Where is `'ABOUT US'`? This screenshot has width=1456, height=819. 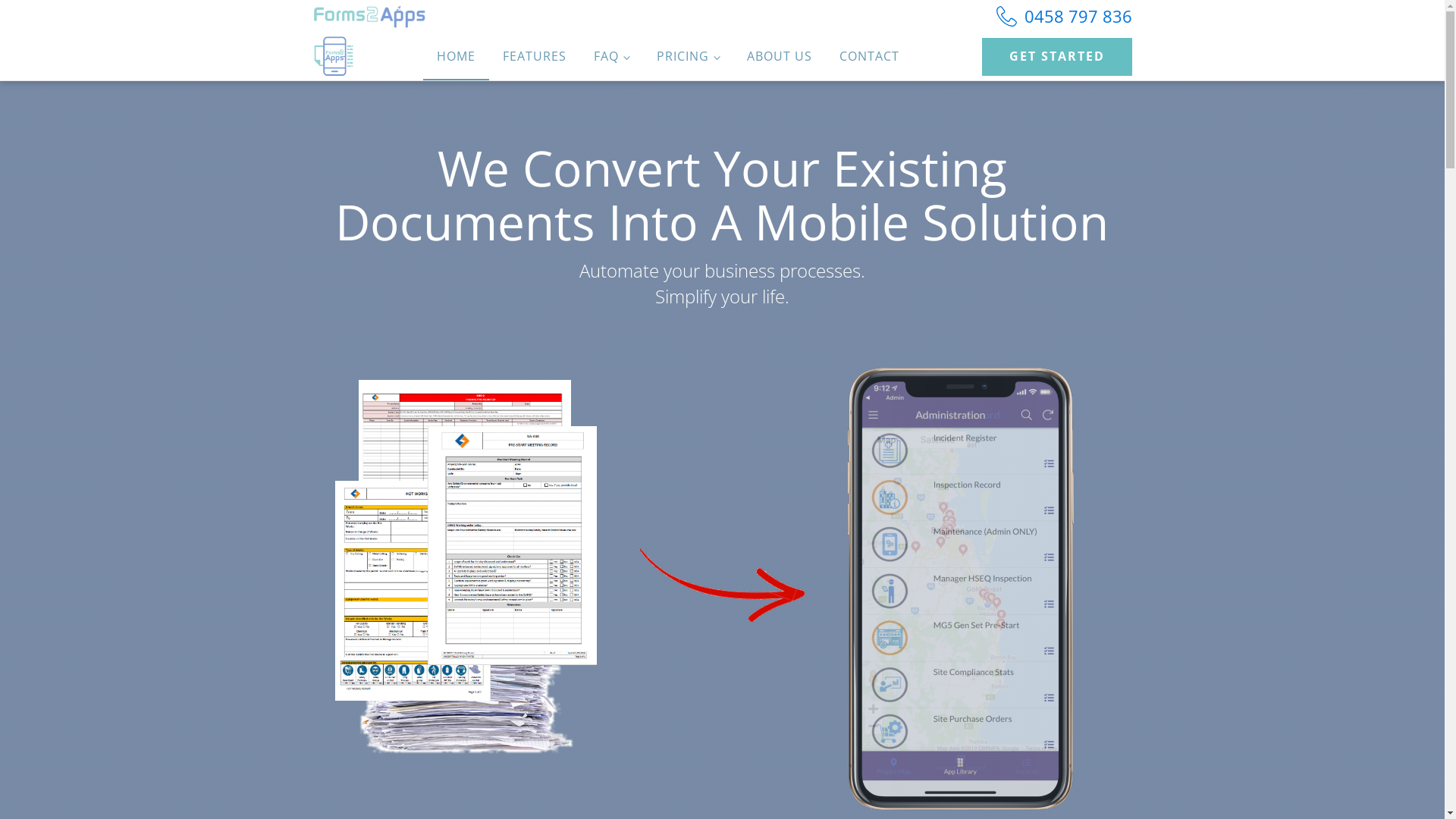 'ABOUT US' is located at coordinates (779, 55).